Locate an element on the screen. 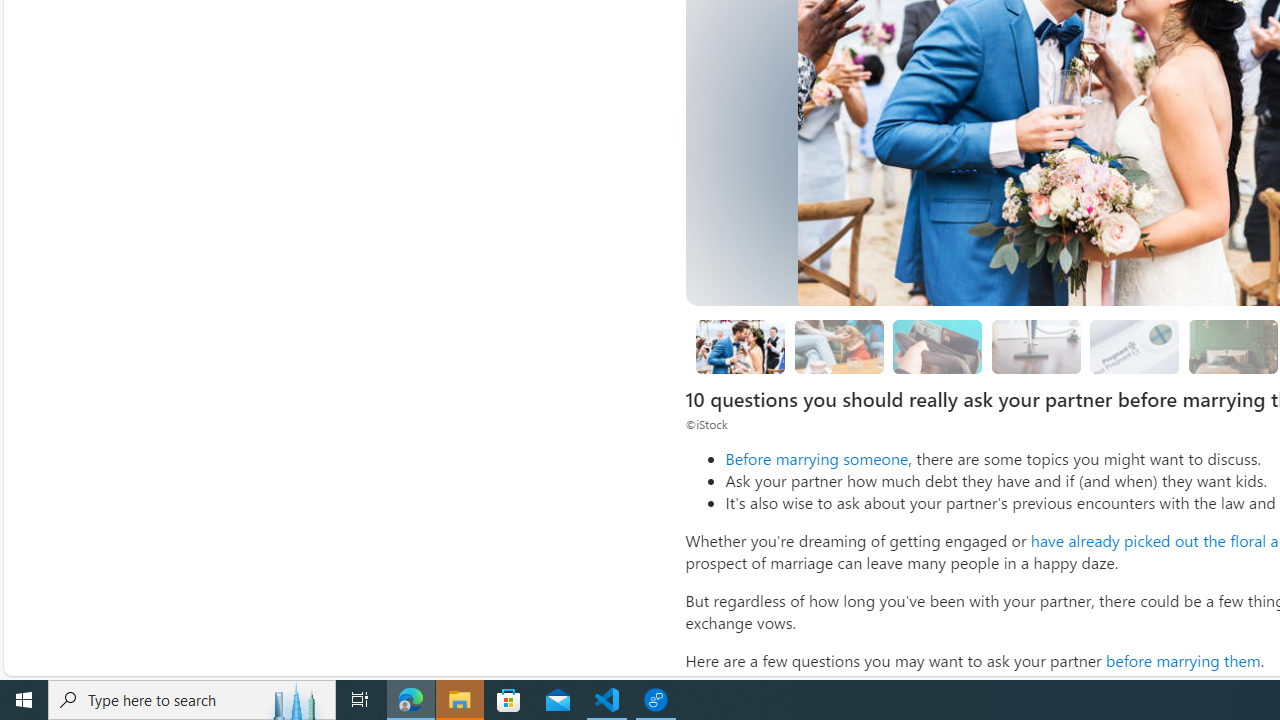 The height and width of the screenshot is (720, 1280). 'What kind of debt do you have?' is located at coordinates (936, 346).